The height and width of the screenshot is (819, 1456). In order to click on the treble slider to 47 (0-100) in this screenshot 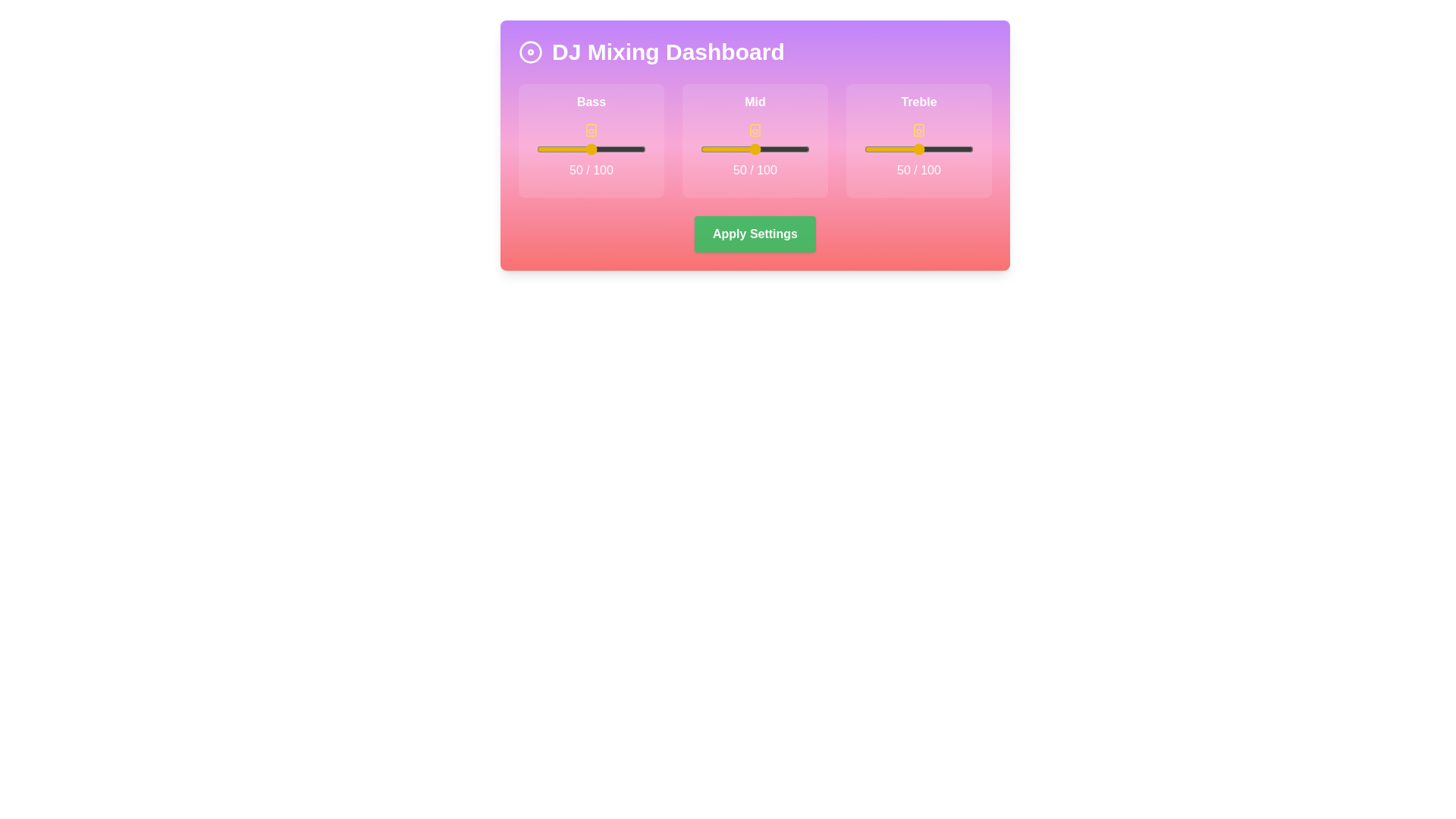, I will do `click(915, 149)`.